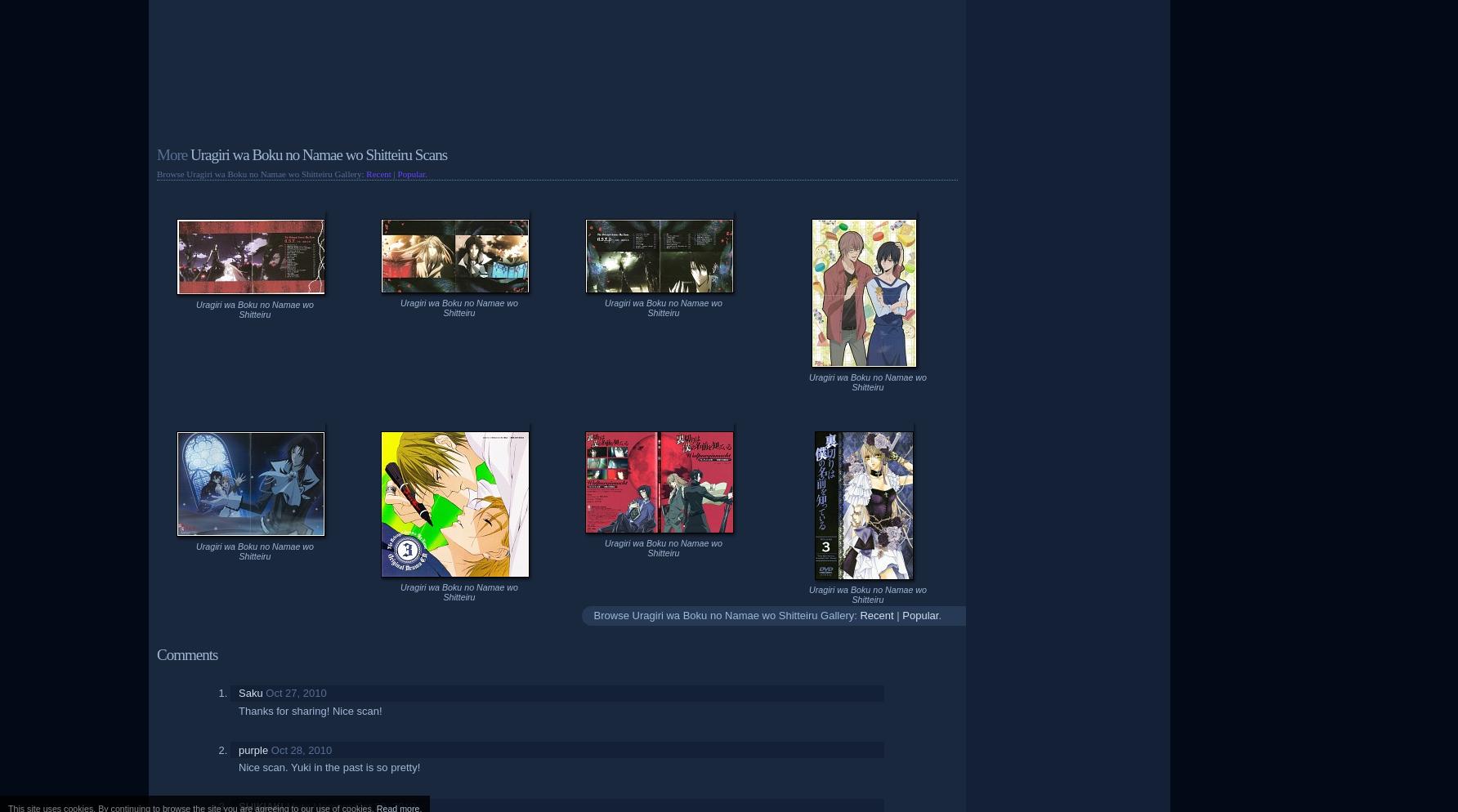 This screenshot has height=812, width=1458. I want to click on 'Oct 27, 2010', so click(294, 692).